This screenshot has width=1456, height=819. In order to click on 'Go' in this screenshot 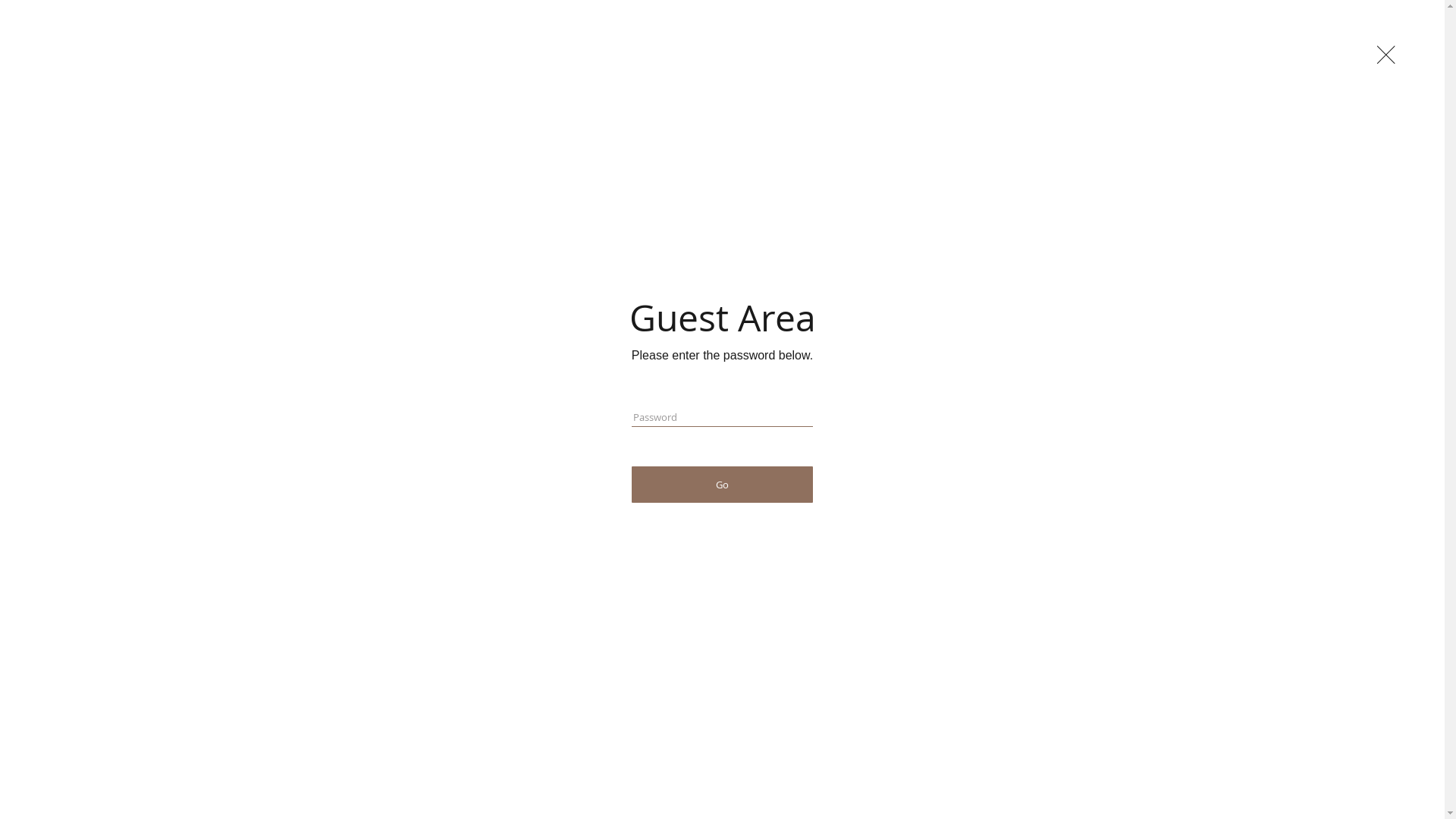, I will do `click(721, 485)`.